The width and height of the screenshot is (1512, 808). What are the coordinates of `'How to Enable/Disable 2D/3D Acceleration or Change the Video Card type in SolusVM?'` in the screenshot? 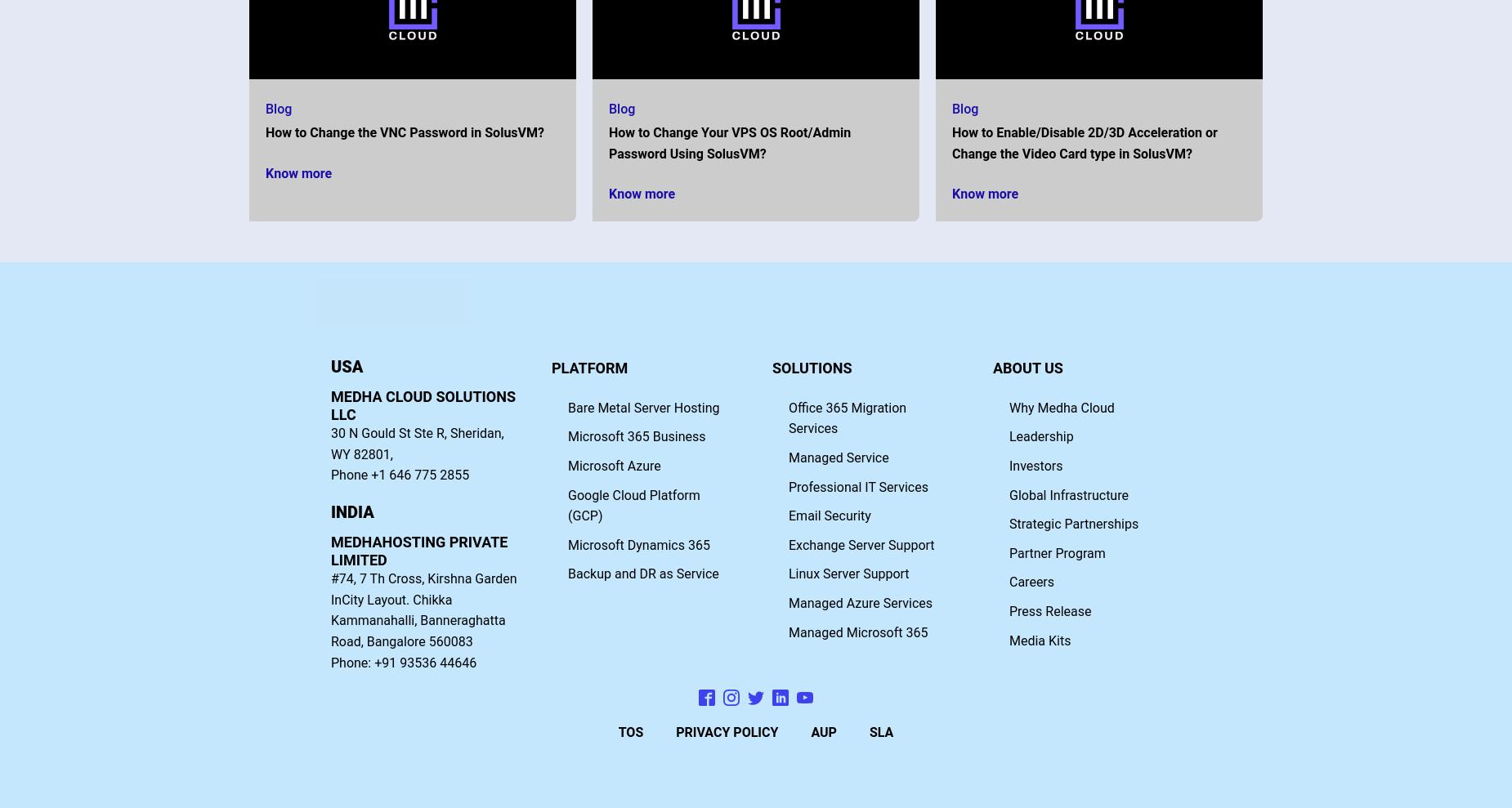 It's located at (1084, 142).